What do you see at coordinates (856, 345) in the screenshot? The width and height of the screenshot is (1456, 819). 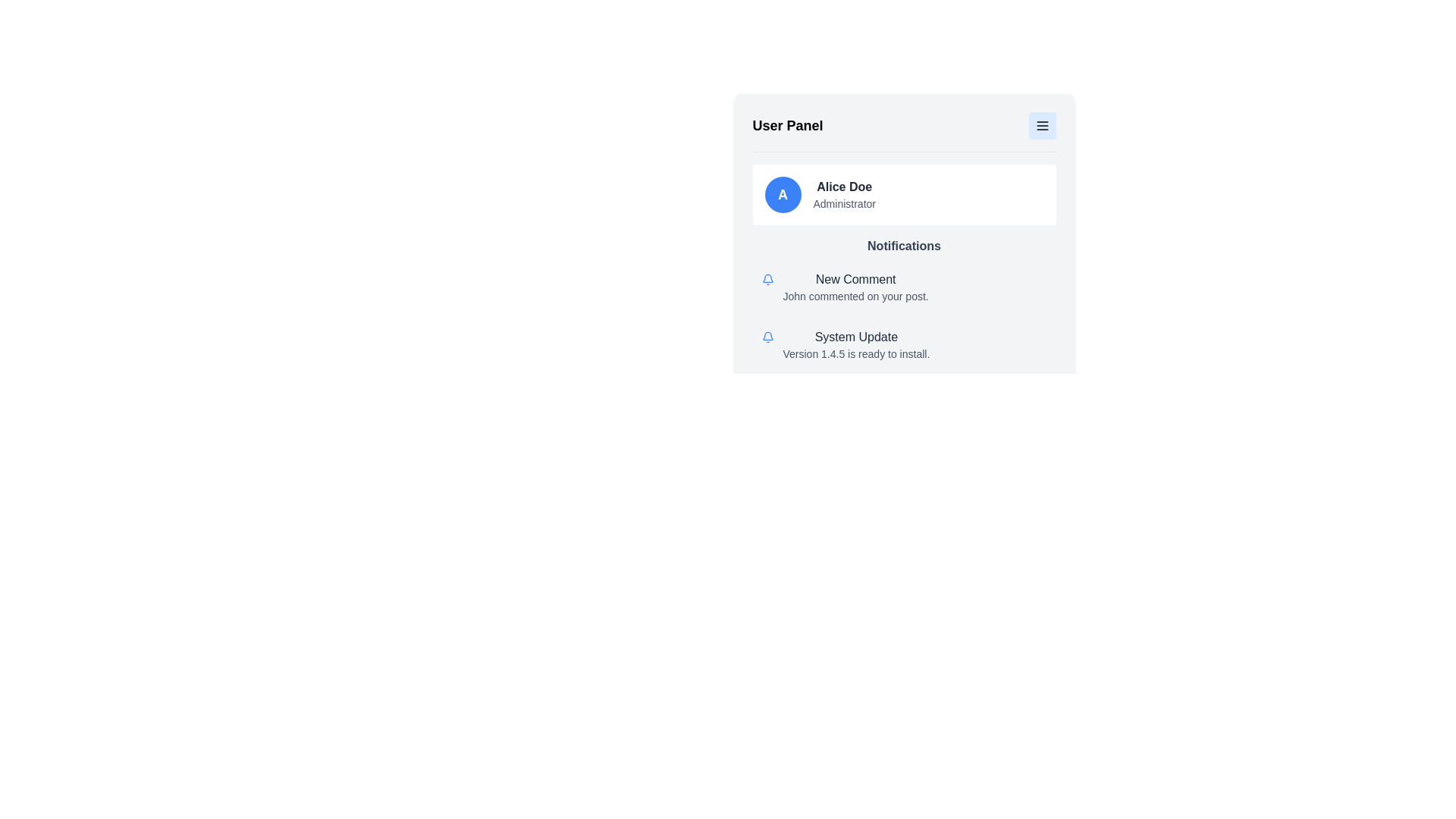 I see `the notification message about 'Version 1.4.5.' located in the Notifications section, which is the second notification in the list, to potentially initiate the installation process` at bounding box center [856, 345].